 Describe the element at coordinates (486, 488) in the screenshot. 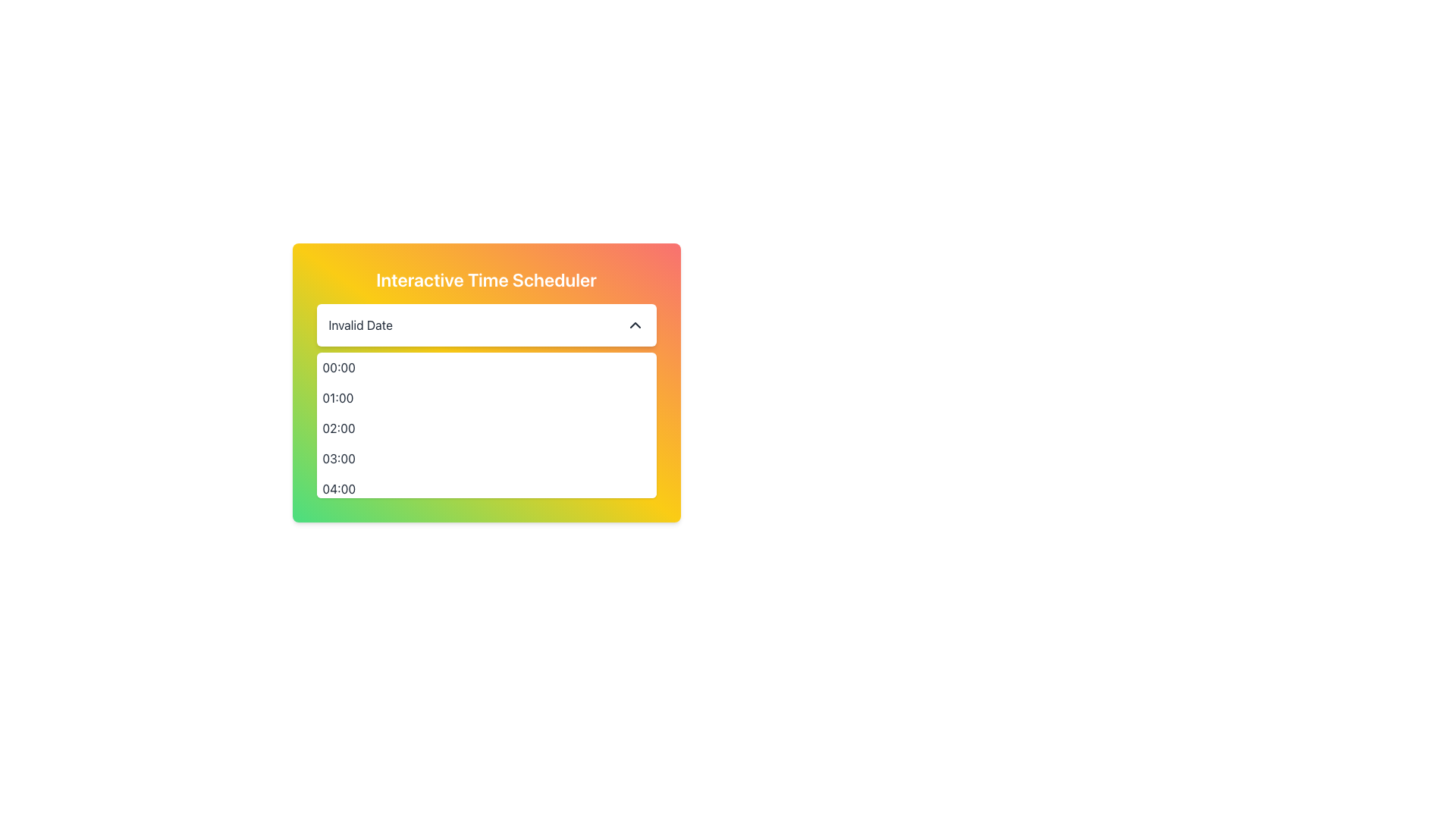

I see `to select the time option '04:00' from the dropdown menu, which is the fifth item in the list and visually aligned with other time options` at that location.